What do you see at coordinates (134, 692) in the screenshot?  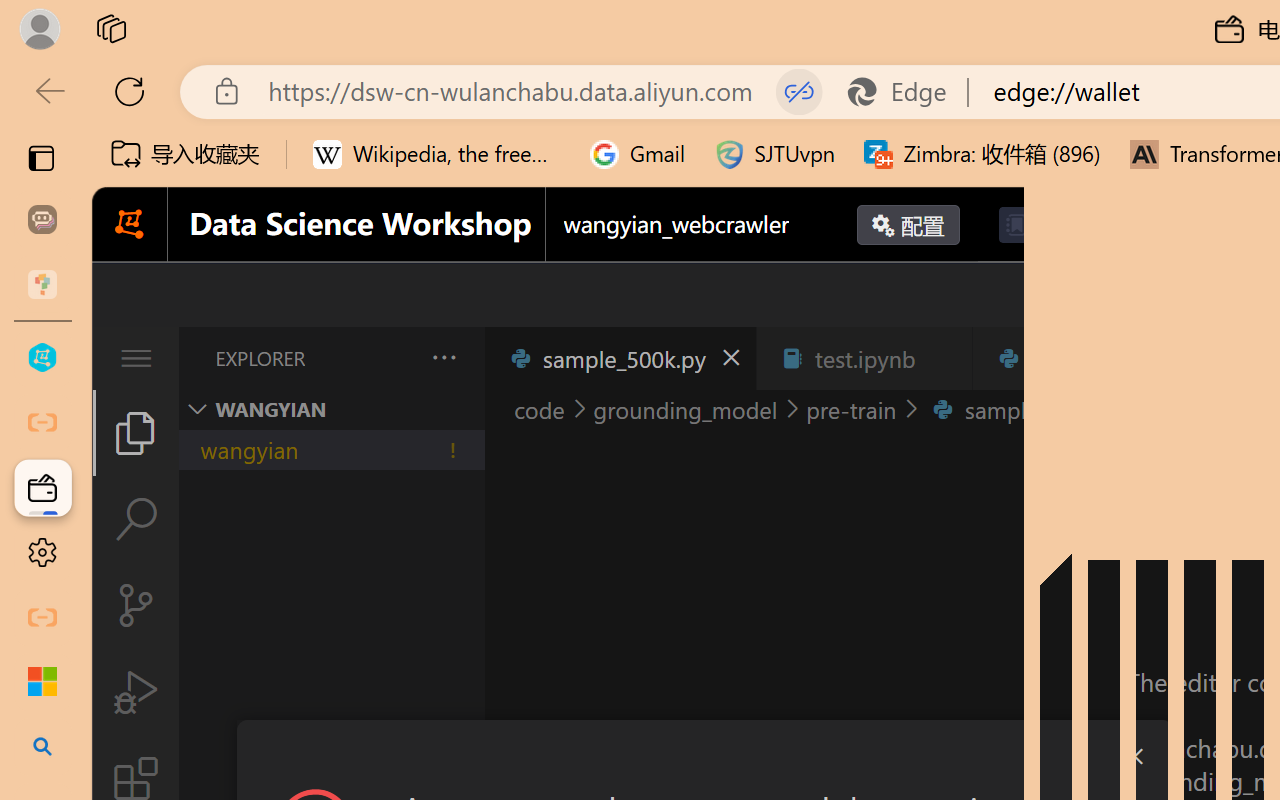 I see `'Run and Debug (Ctrl+Shift+D)'` at bounding box center [134, 692].